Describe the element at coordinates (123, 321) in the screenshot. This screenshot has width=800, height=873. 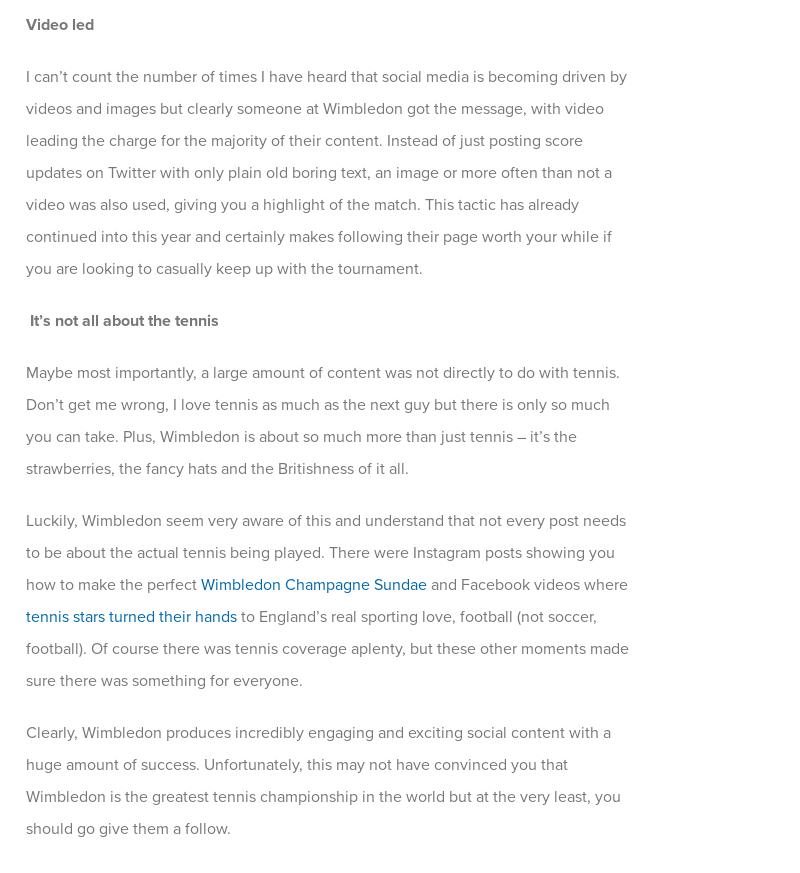
I see `'It’s not all about the tennis'` at that location.